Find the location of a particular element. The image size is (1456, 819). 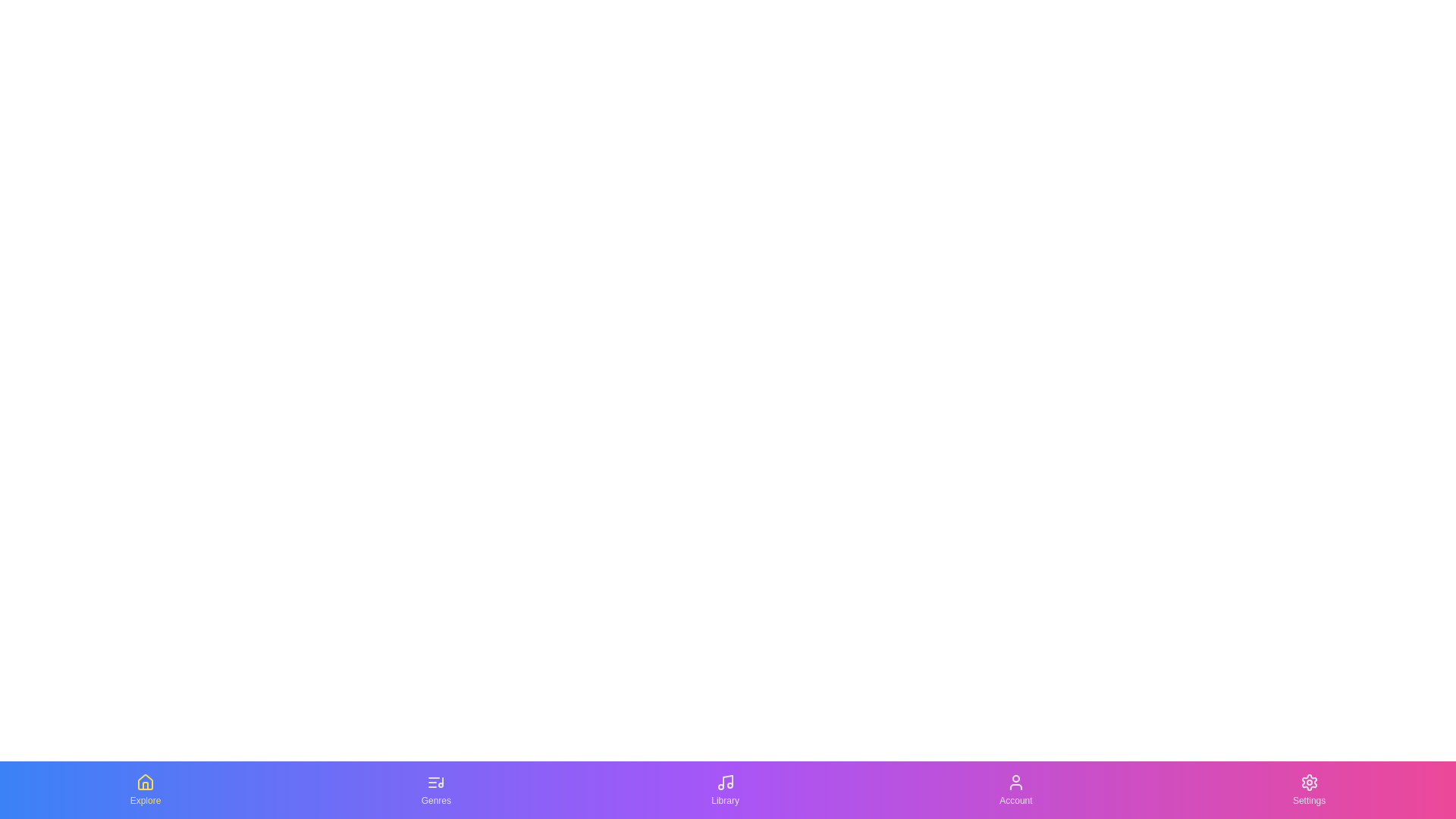

the Library tab to observe the hover effect is located at coordinates (723, 789).